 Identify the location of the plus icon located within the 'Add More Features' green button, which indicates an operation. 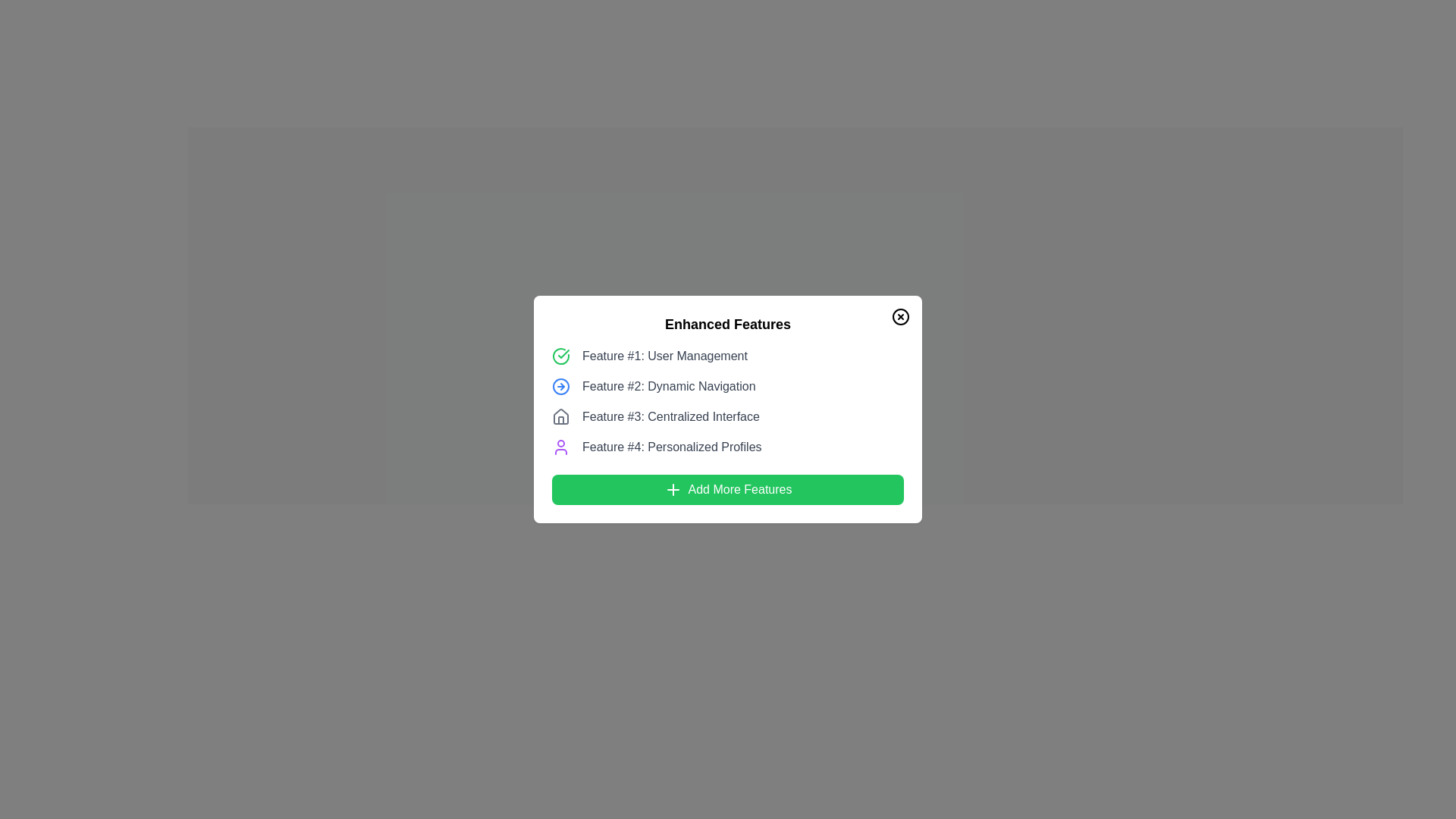
(672, 489).